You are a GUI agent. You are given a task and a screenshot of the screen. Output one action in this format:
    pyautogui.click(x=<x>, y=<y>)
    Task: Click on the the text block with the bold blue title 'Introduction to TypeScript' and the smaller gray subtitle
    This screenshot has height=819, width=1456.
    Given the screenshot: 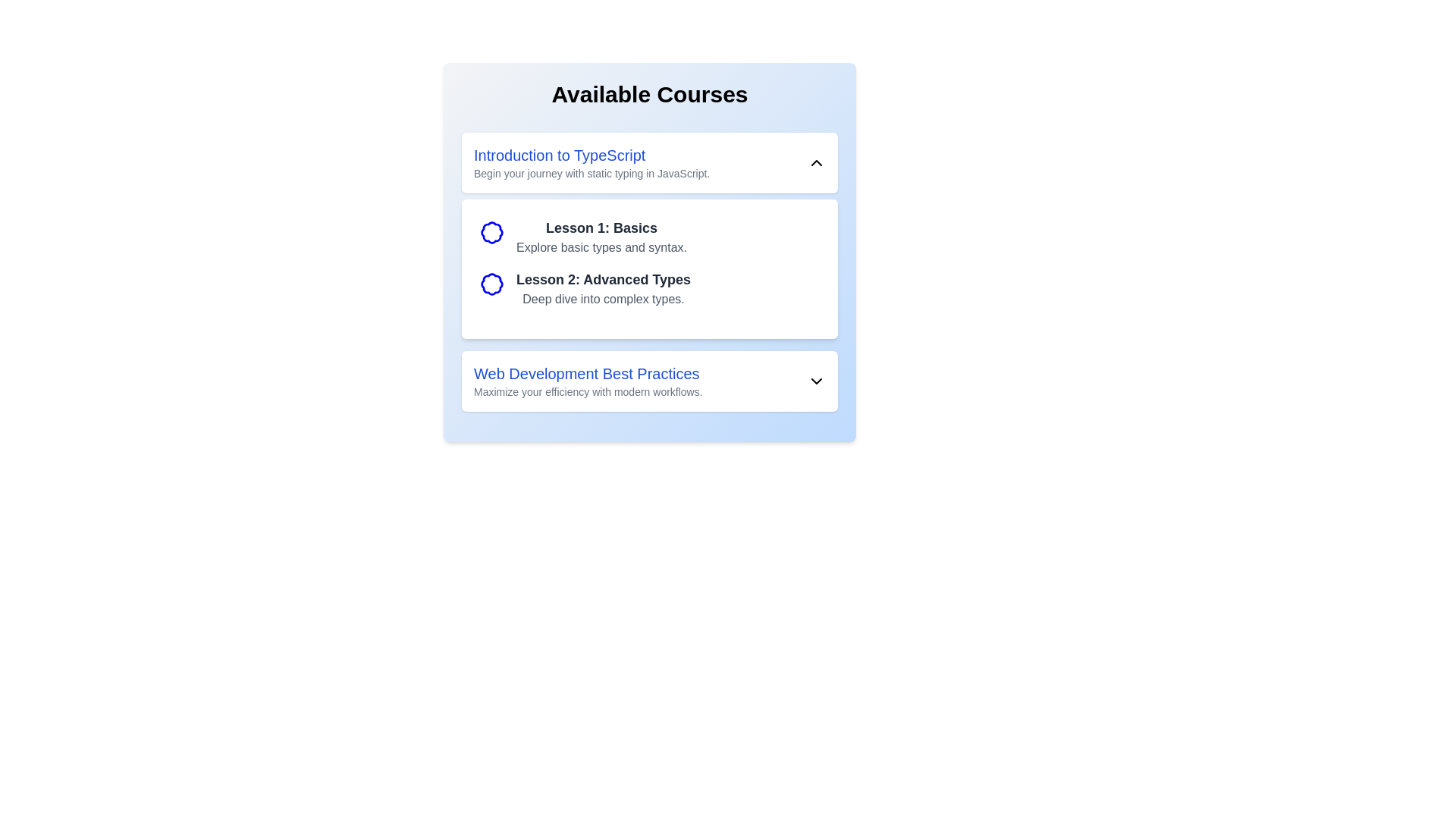 What is the action you would take?
    pyautogui.click(x=591, y=163)
    